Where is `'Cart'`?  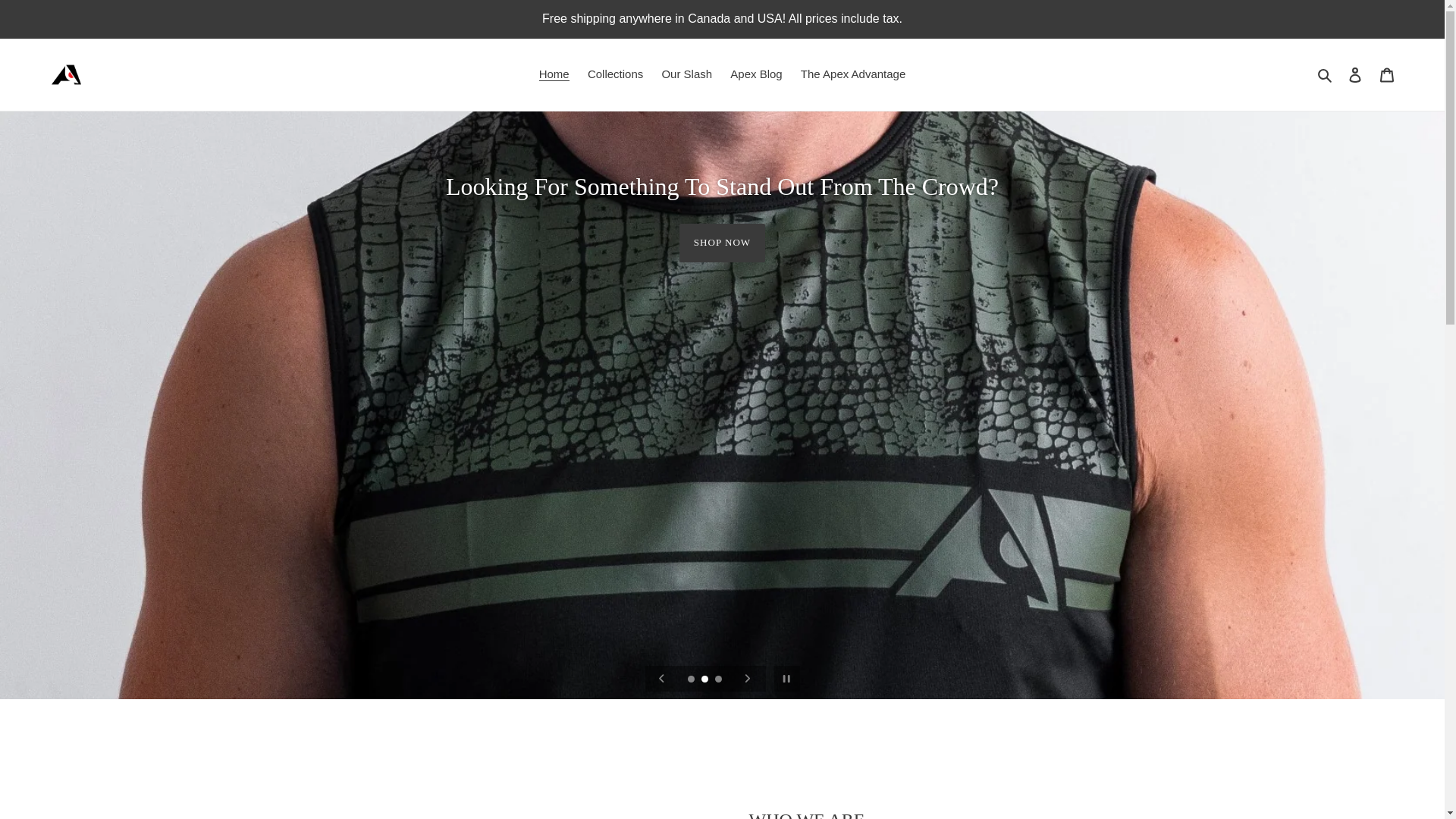 'Cart' is located at coordinates (1386, 74).